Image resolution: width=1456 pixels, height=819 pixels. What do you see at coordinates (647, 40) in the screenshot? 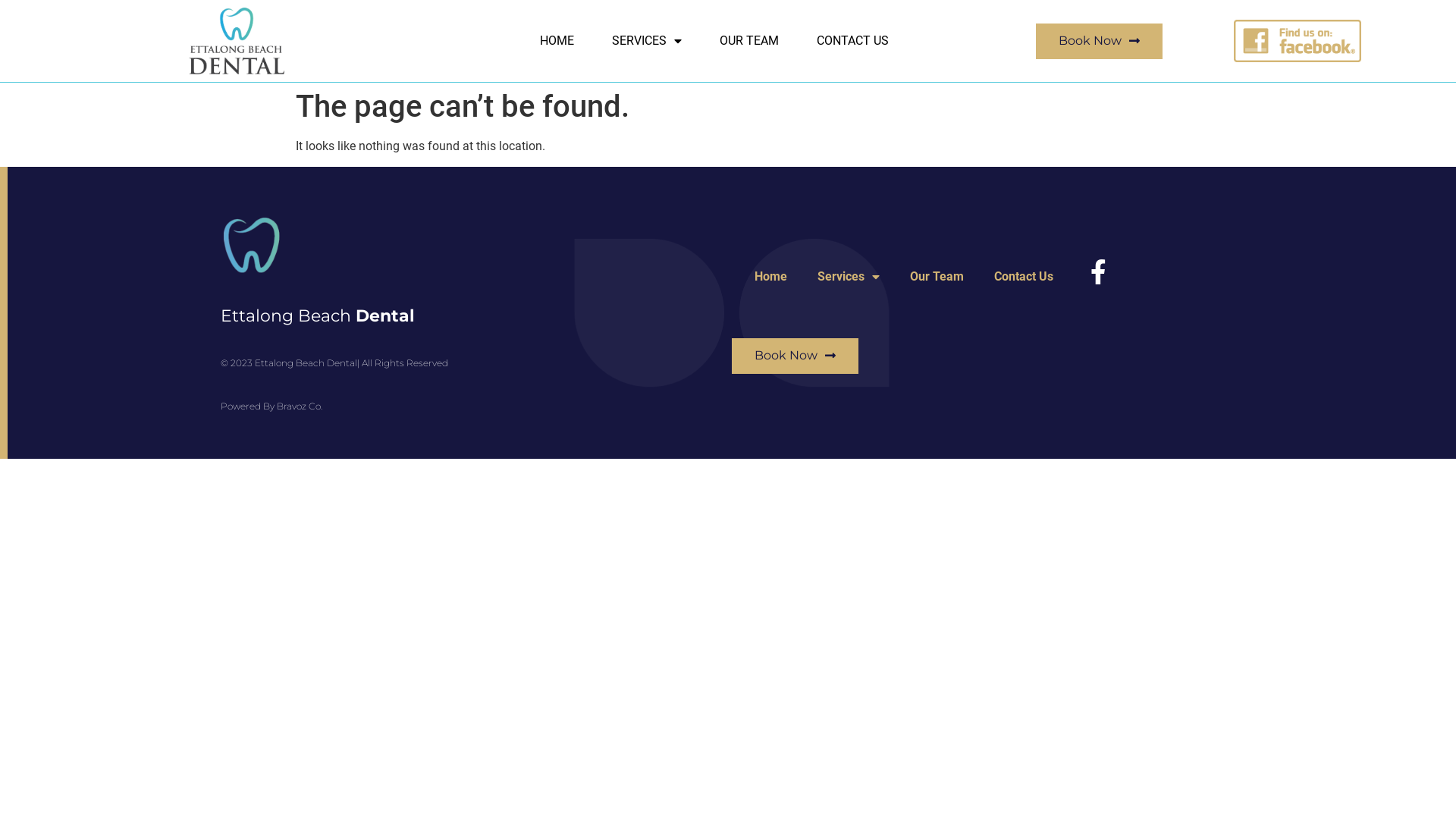
I see `'SERVICES'` at bounding box center [647, 40].